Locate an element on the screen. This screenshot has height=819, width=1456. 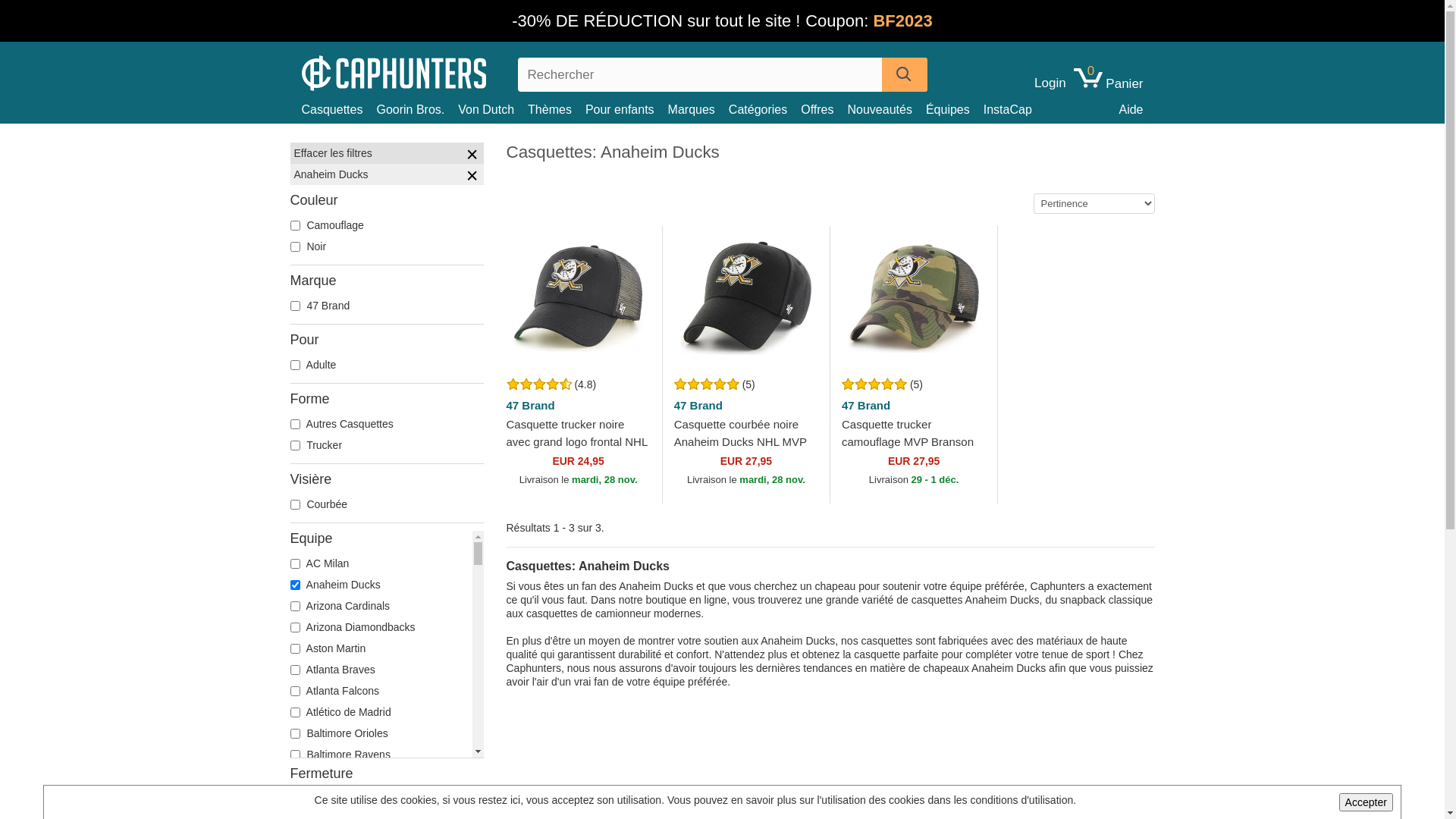
'Accepter' is located at coordinates (1366, 801).